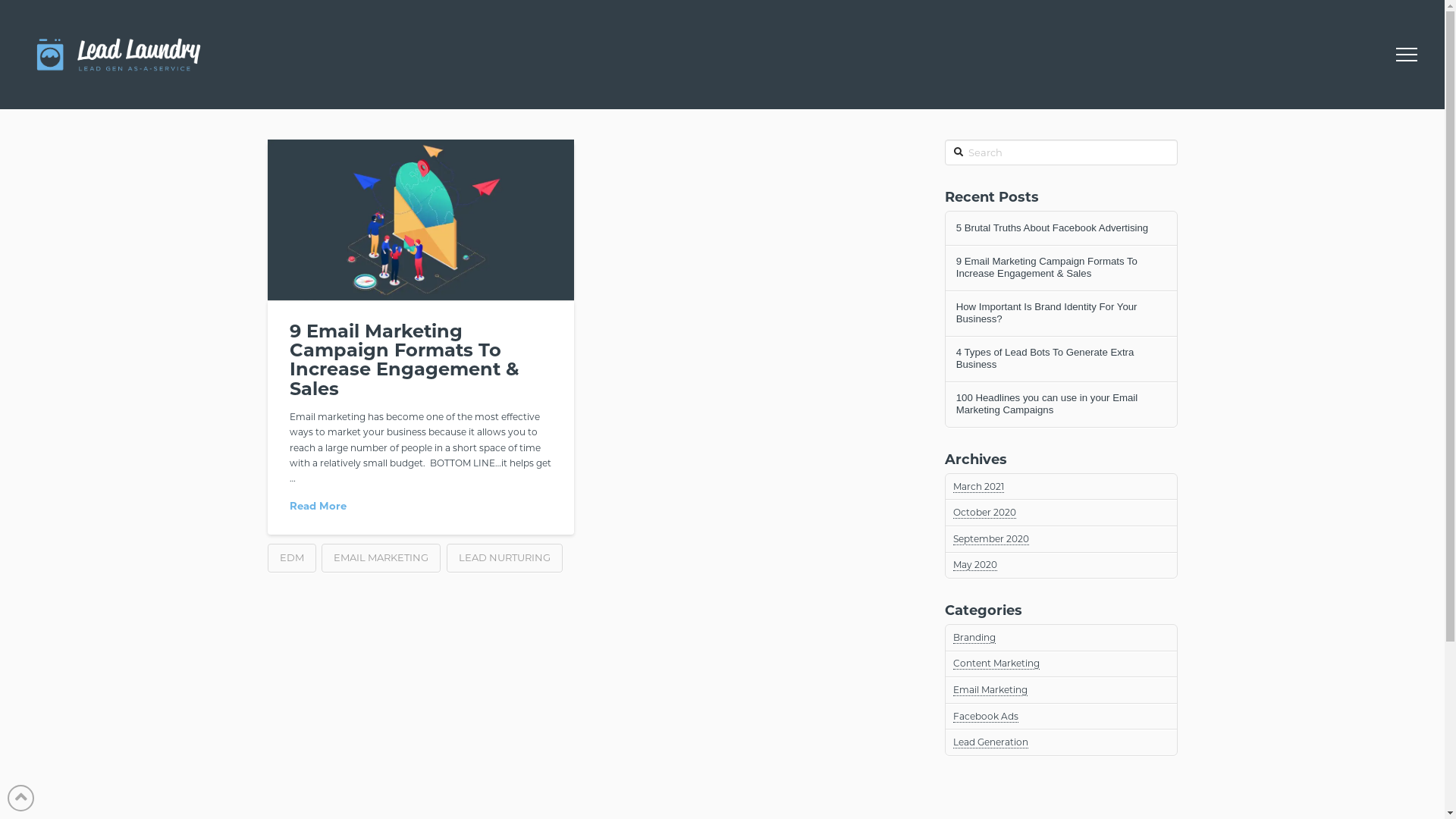 This screenshot has width=1456, height=819. Describe the element at coordinates (955, 227) in the screenshot. I see `'5 Brutal Truths About Facebook Advertising'` at that location.